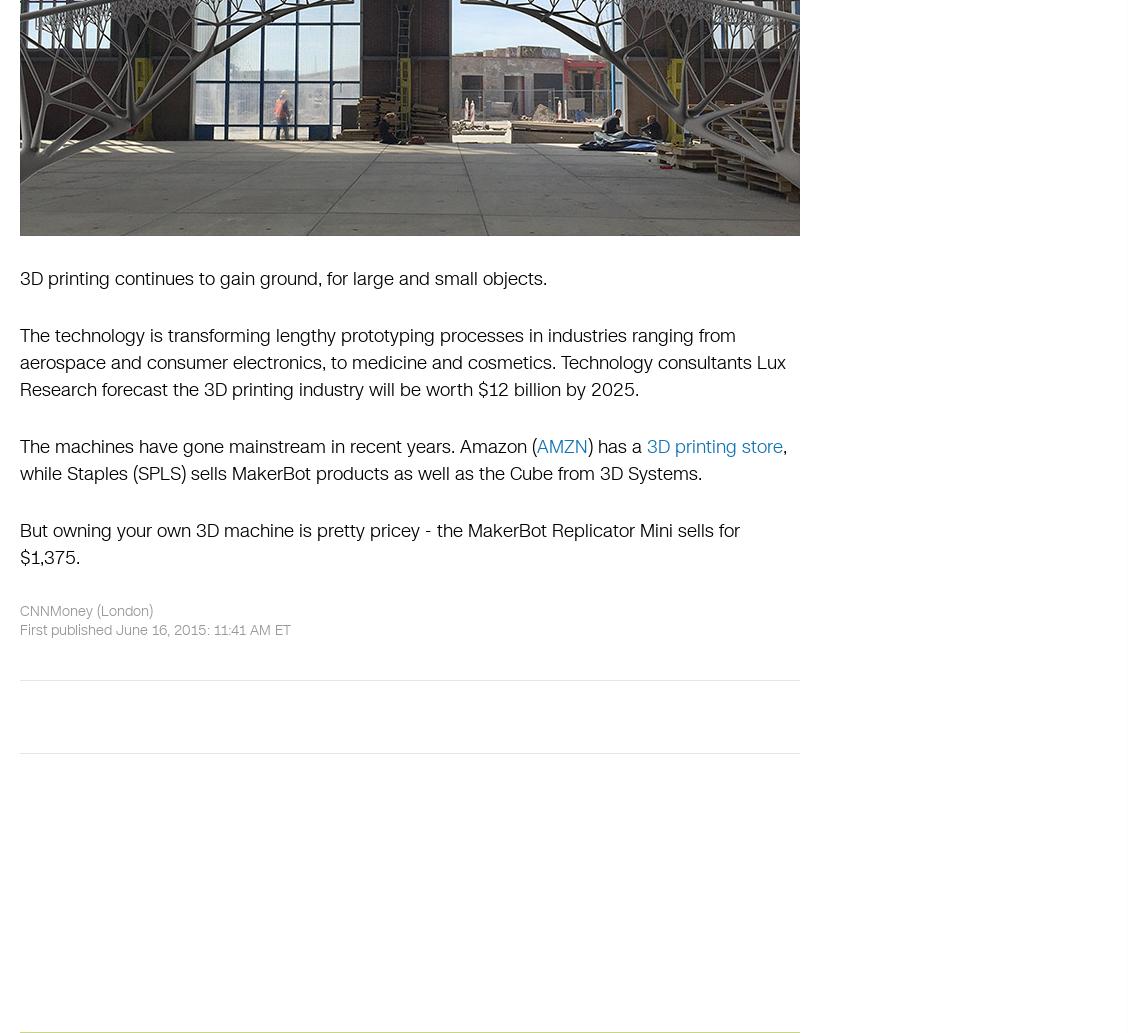 The width and height of the screenshot is (1140, 1033). Describe the element at coordinates (402, 460) in the screenshot. I see `', while'` at that location.